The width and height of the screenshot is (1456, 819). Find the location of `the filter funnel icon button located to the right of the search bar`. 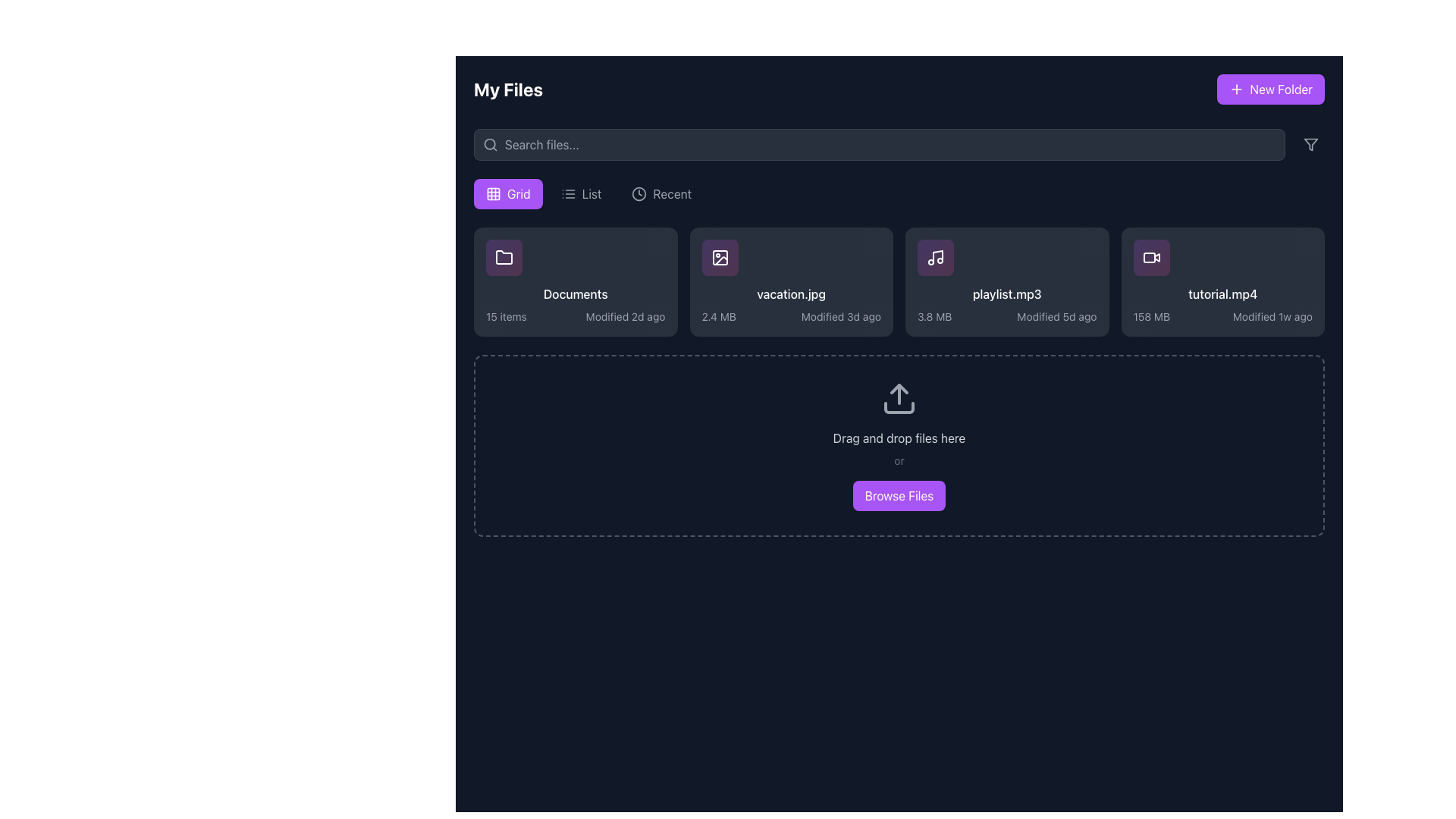

the filter funnel icon button located to the right of the search bar is located at coordinates (1310, 145).